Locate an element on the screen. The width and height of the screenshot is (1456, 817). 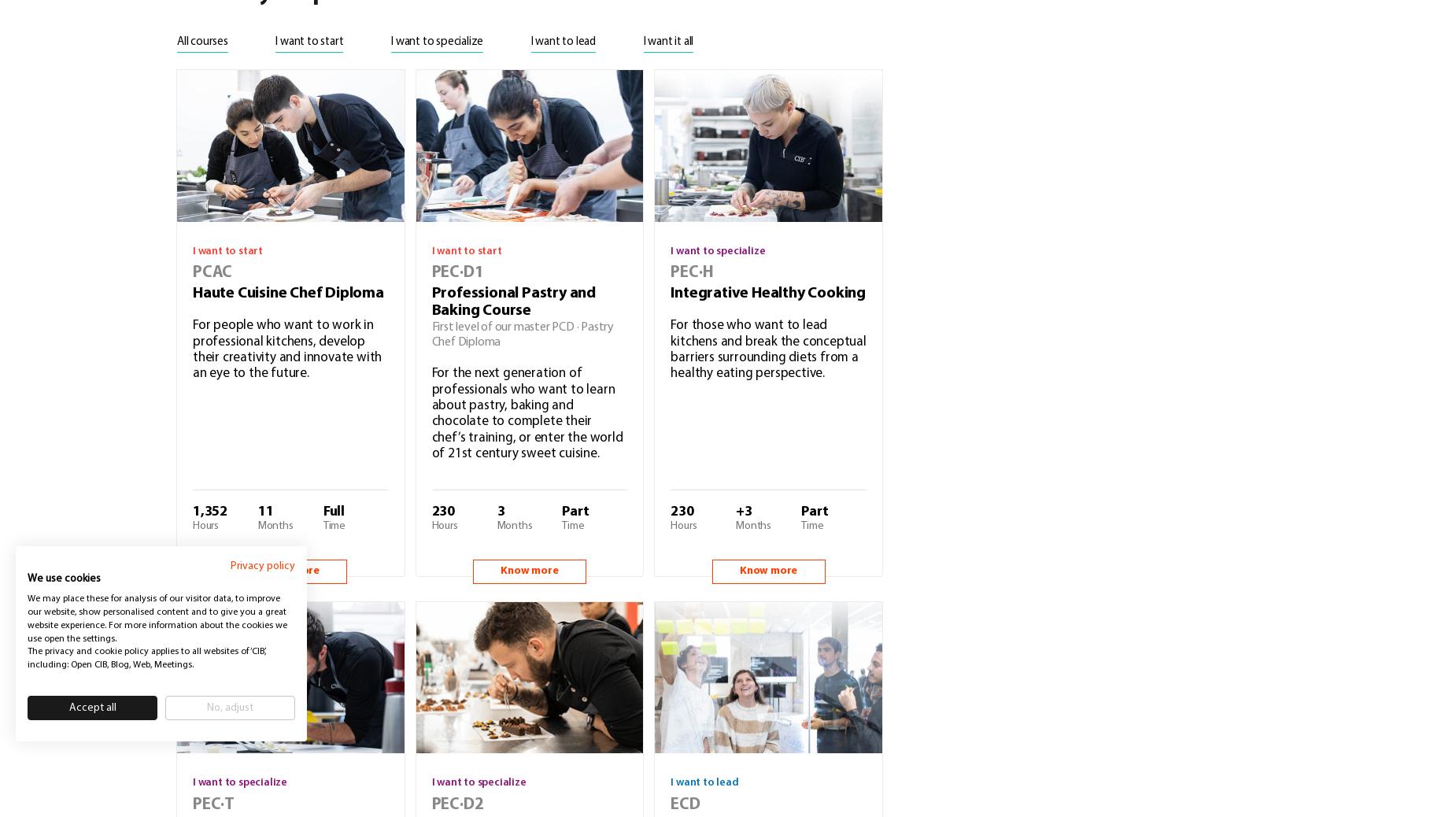
'For those who want to lead kitchens and break the conceptual barriers surrounding diets from a healthy eating perspective.' is located at coordinates (670, 349).